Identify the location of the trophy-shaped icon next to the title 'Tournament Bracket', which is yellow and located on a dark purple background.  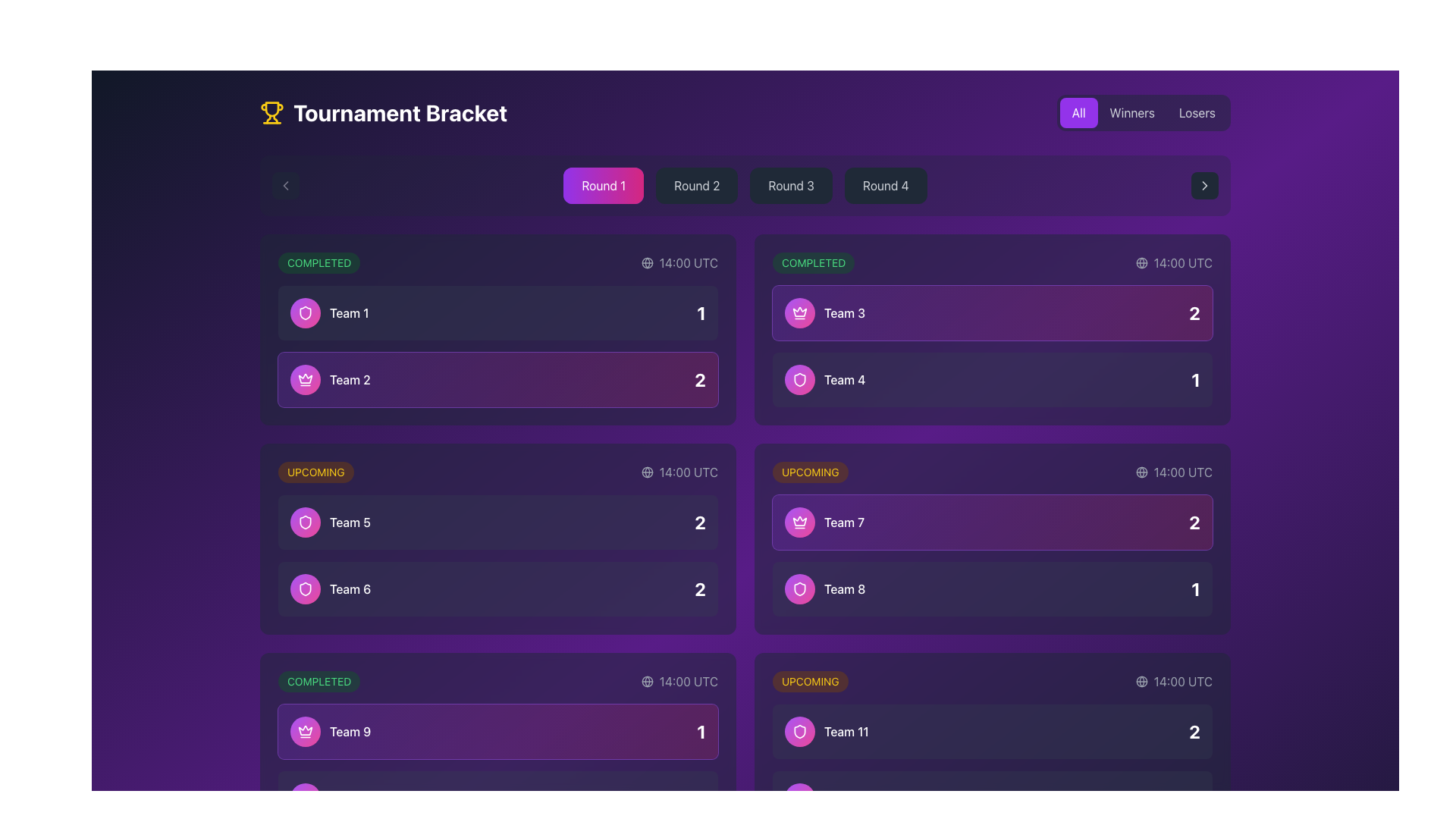
(272, 112).